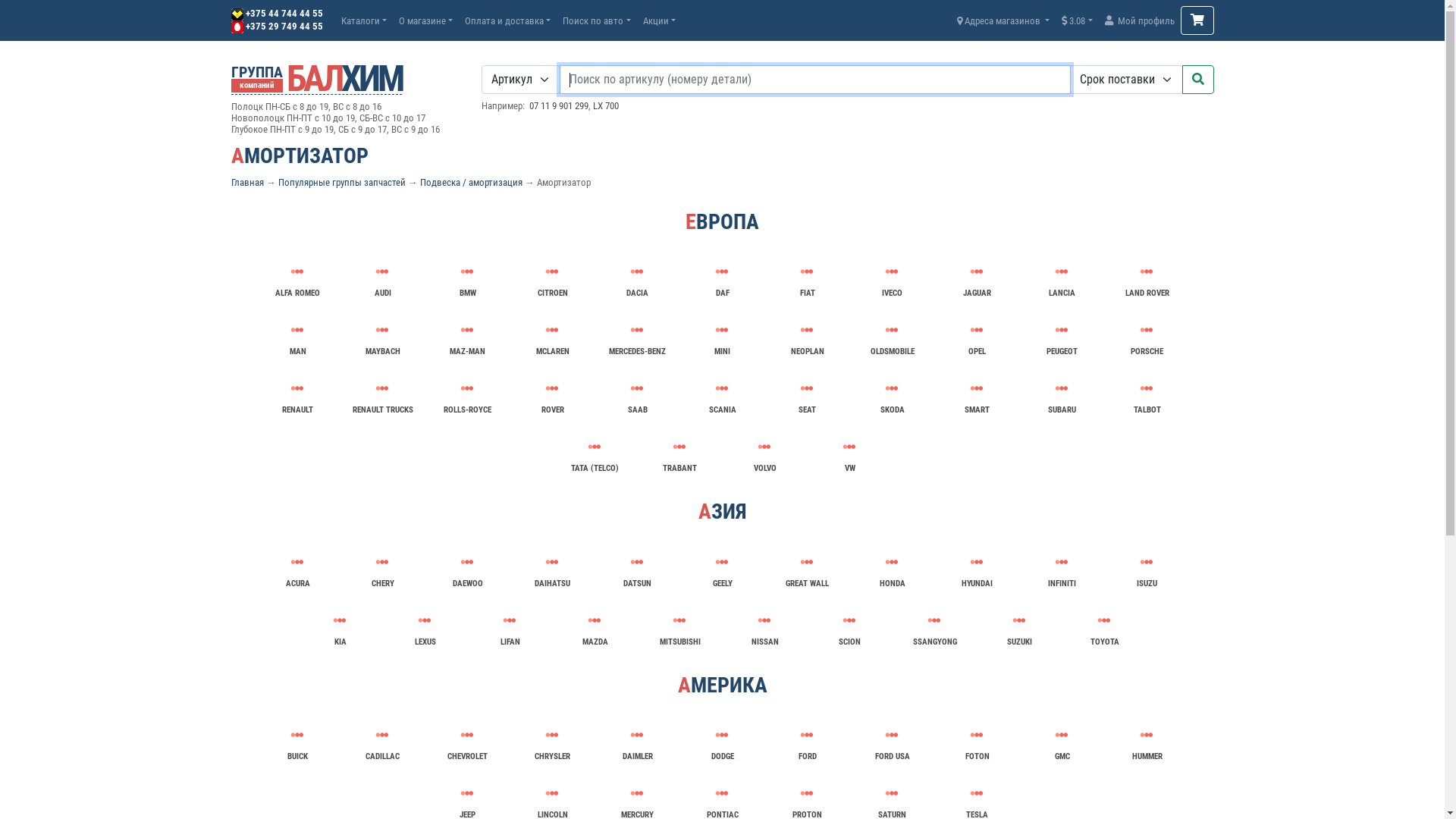  I want to click on 'GMC', so click(1061, 733).